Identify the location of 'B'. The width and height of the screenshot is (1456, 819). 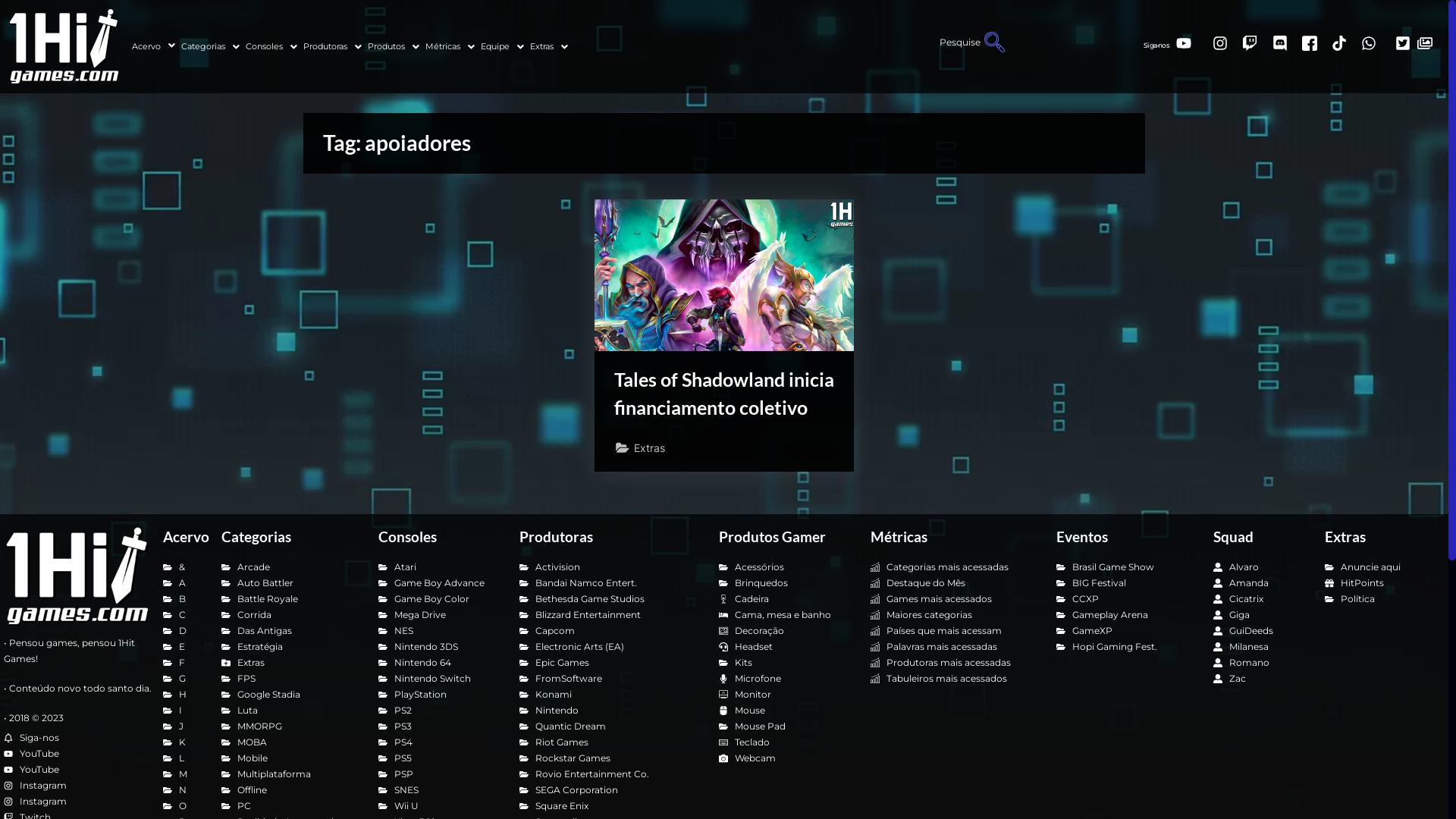
(184, 598).